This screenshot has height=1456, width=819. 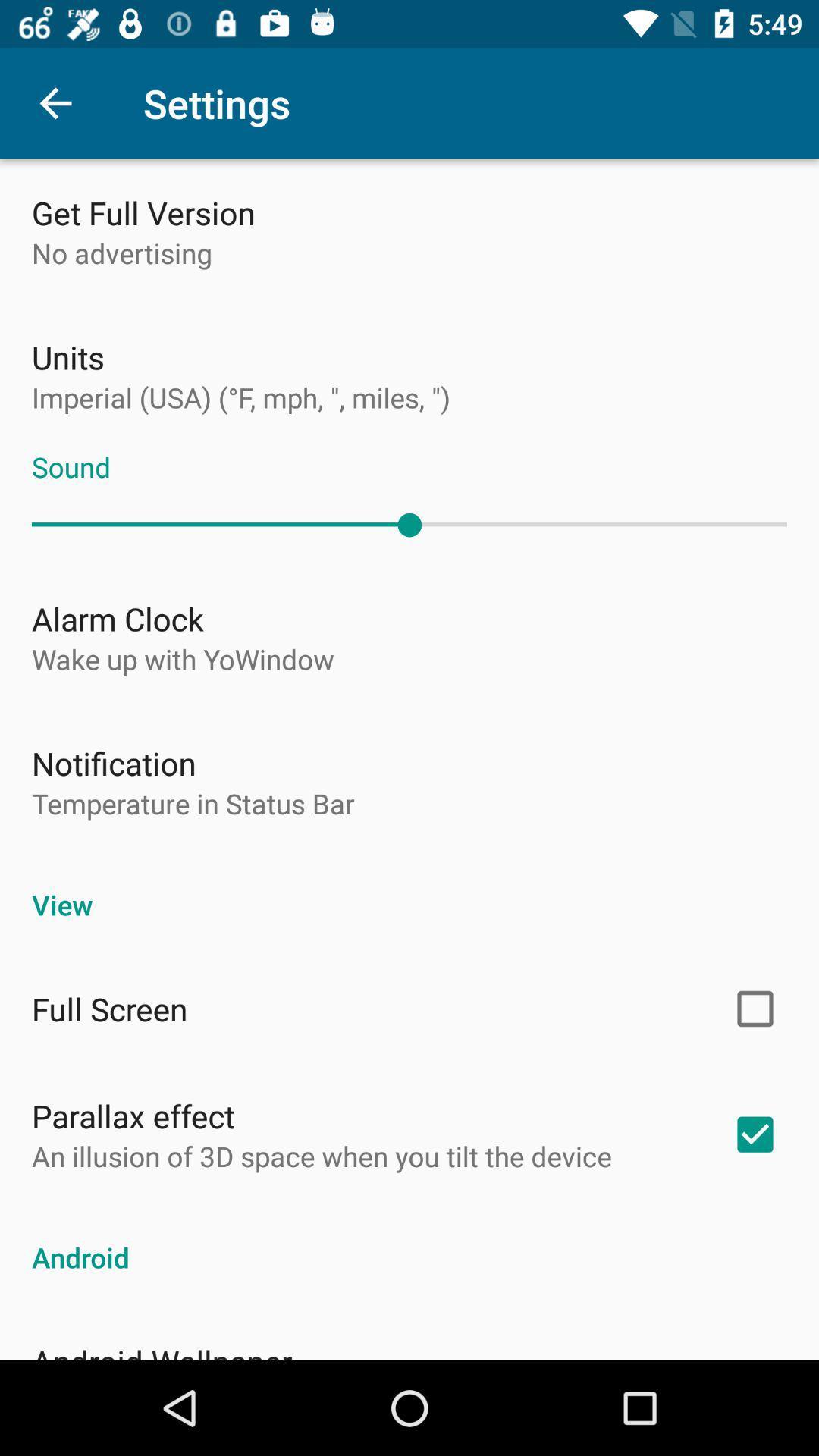 I want to click on icon to the left of settings icon, so click(x=55, y=102).